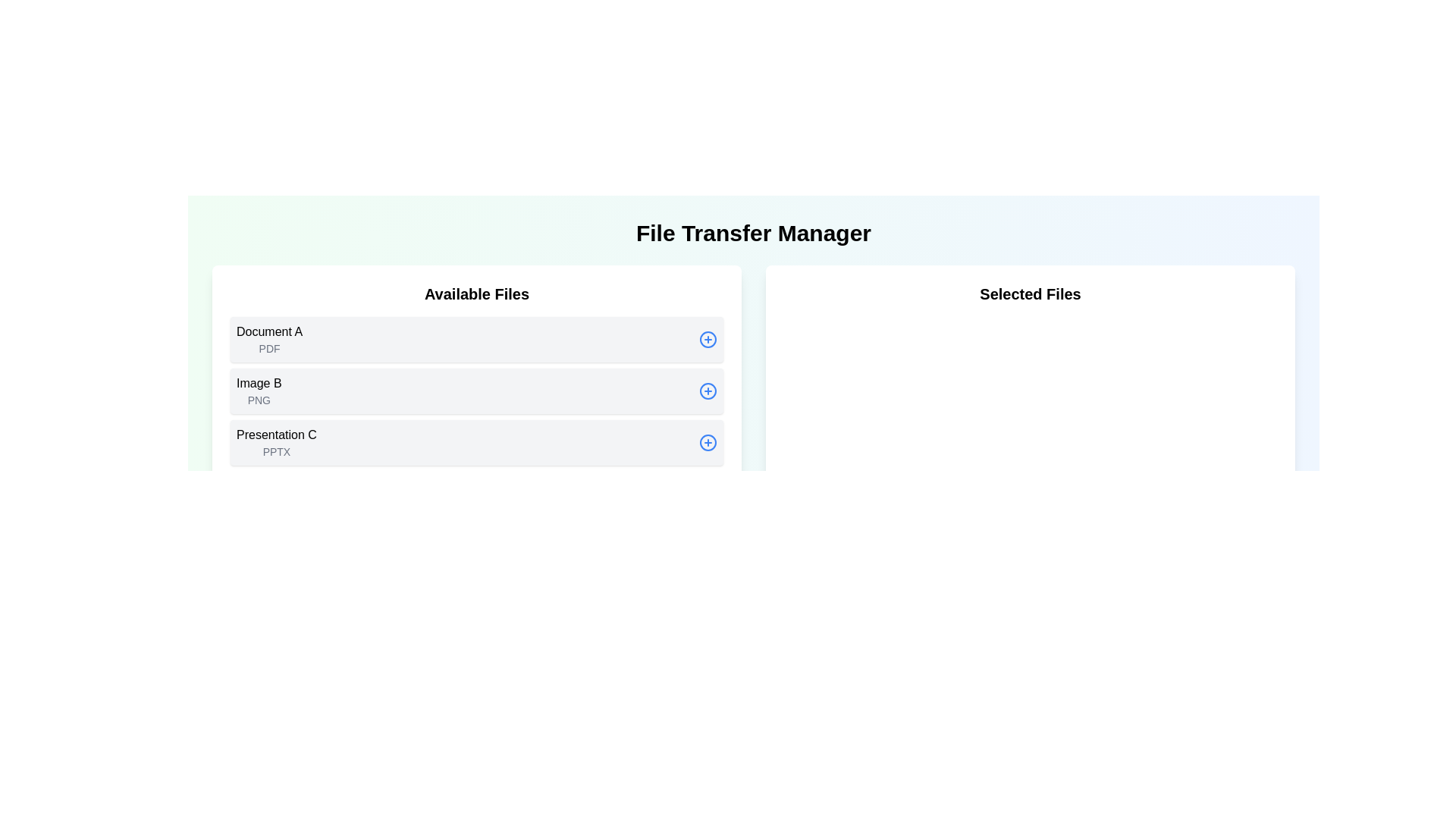 The image size is (1456, 819). Describe the element at coordinates (276, 435) in the screenshot. I see `the text label displaying 'Presentation C' in the 'Available Files' section, which is positioned above the 'PPTX' label` at that location.